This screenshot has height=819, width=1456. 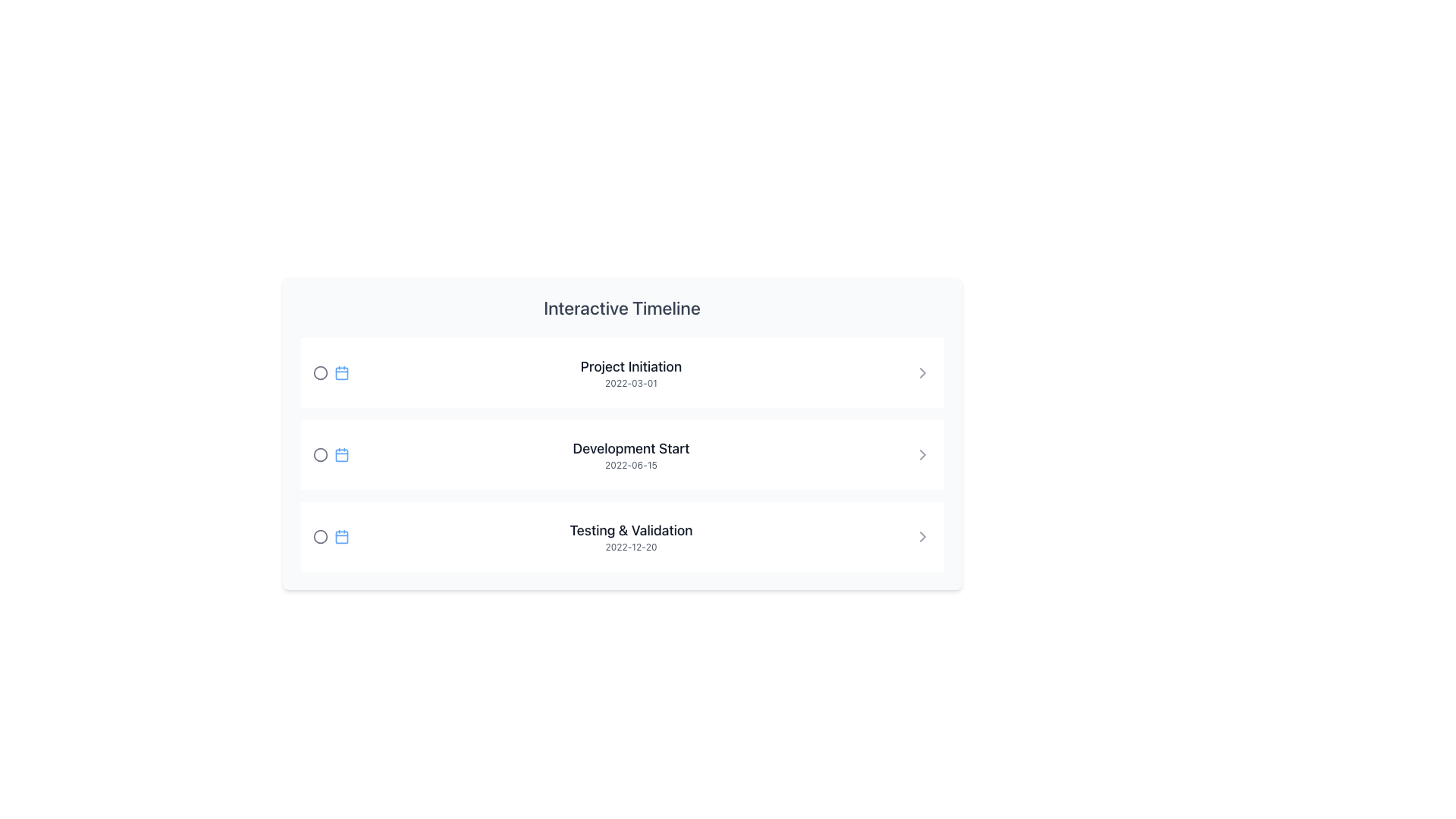 What do you see at coordinates (631, 382) in the screenshot?
I see `the text label displaying '2022-03-01' located under the heading 'Project Initiation' in a vertical list of events` at bounding box center [631, 382].